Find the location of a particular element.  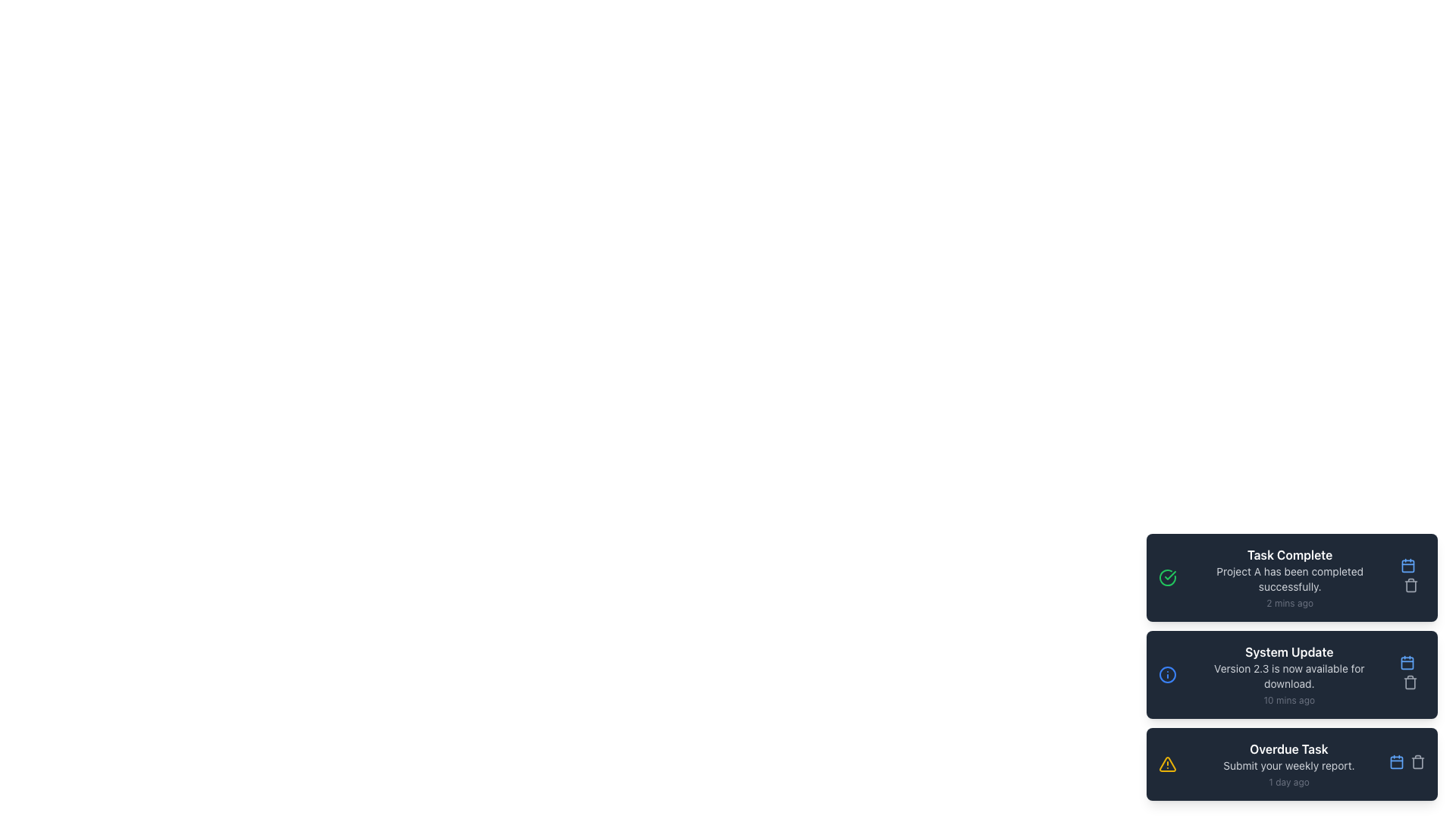

the trash bin icon button located in the 'System Update' notification card is located at coordinates (1407, 674).